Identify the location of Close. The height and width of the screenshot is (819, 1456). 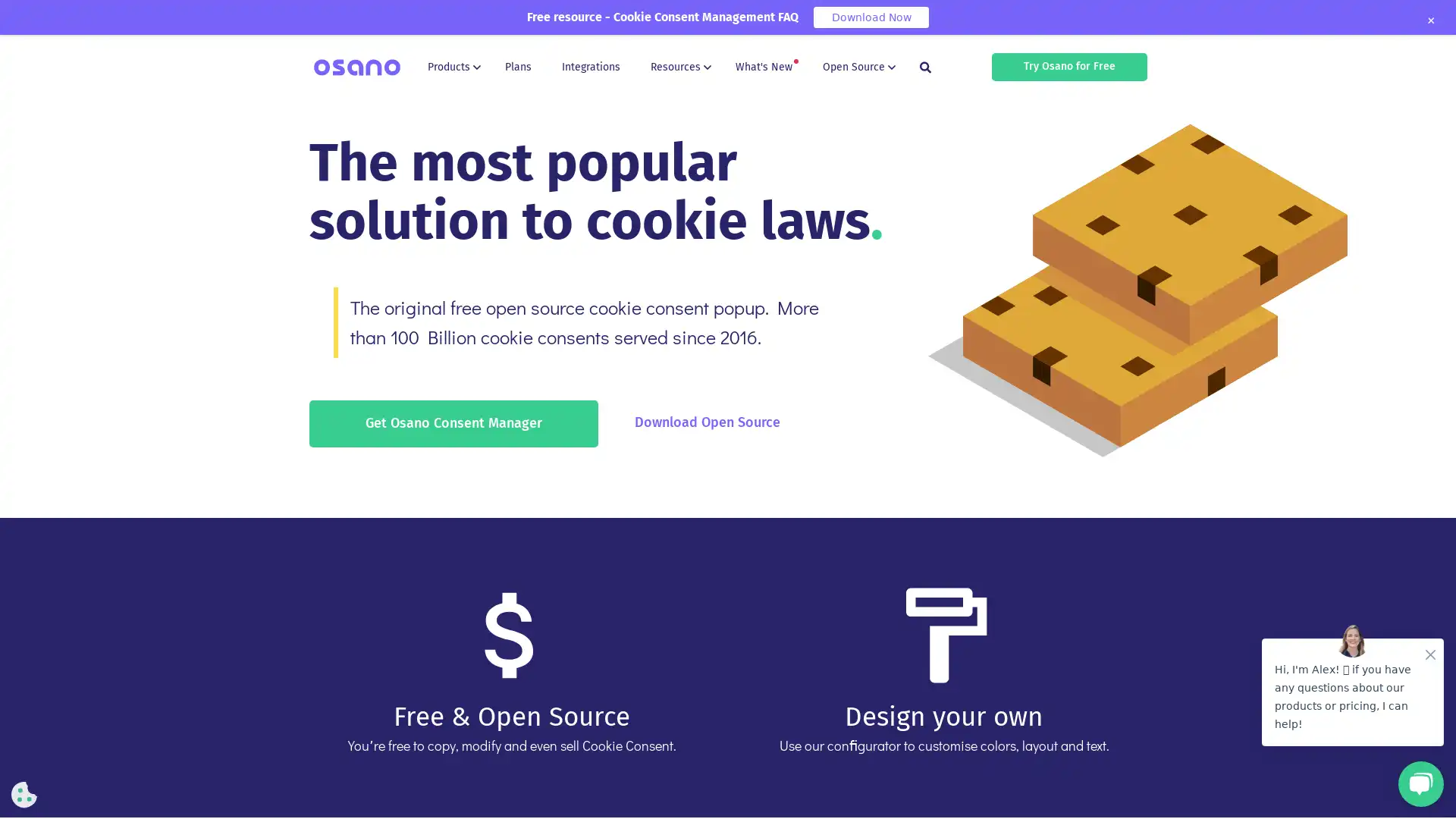
(1429, 20).